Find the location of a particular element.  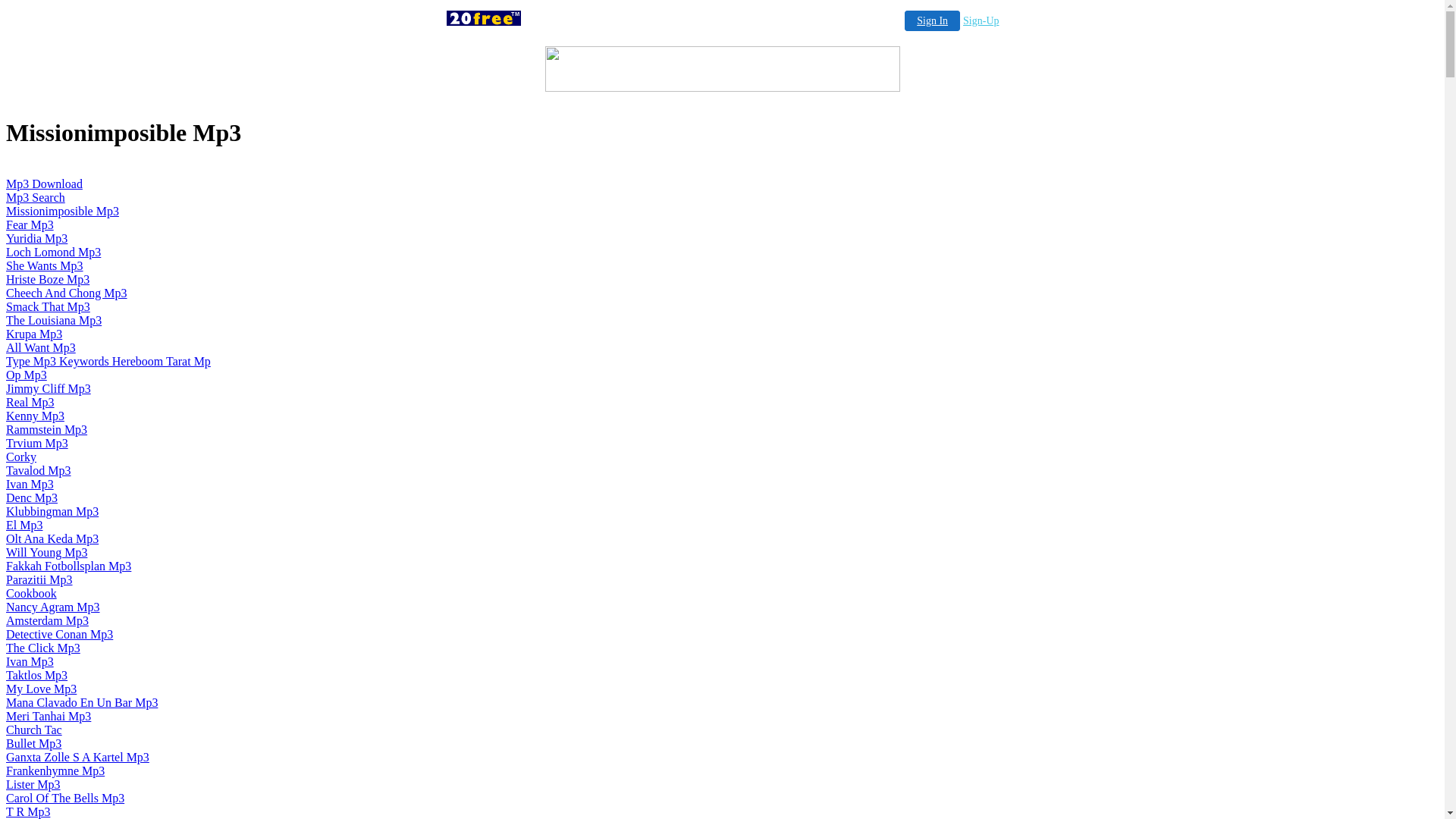

'Detective Conan Mp3' is located at coordinates (59, 634).